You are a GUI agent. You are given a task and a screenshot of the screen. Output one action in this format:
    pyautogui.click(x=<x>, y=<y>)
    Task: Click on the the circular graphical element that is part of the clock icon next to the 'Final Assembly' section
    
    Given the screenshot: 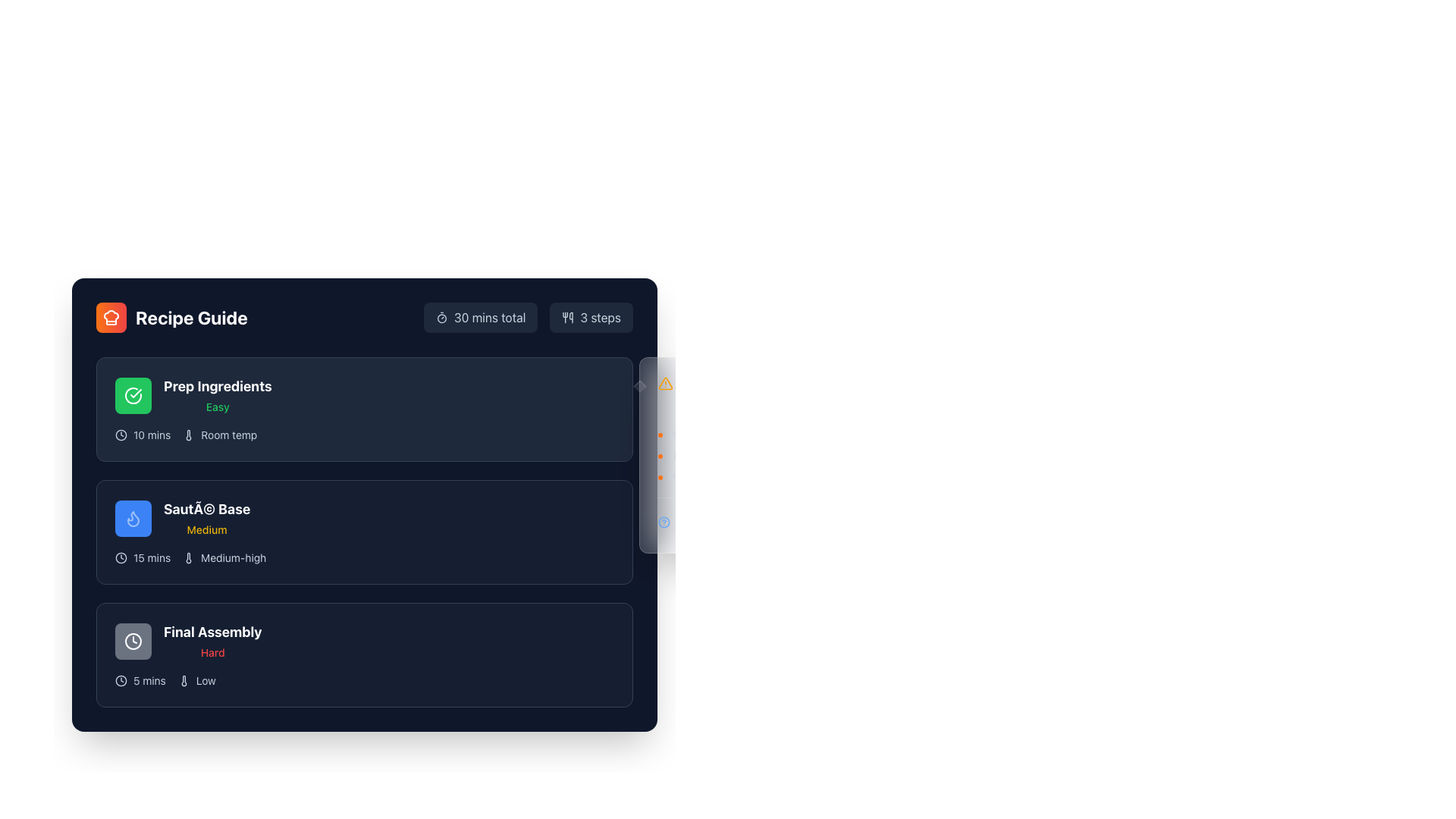 What is the action you would take?
    pyautogui.click(x=120, y=435)
    